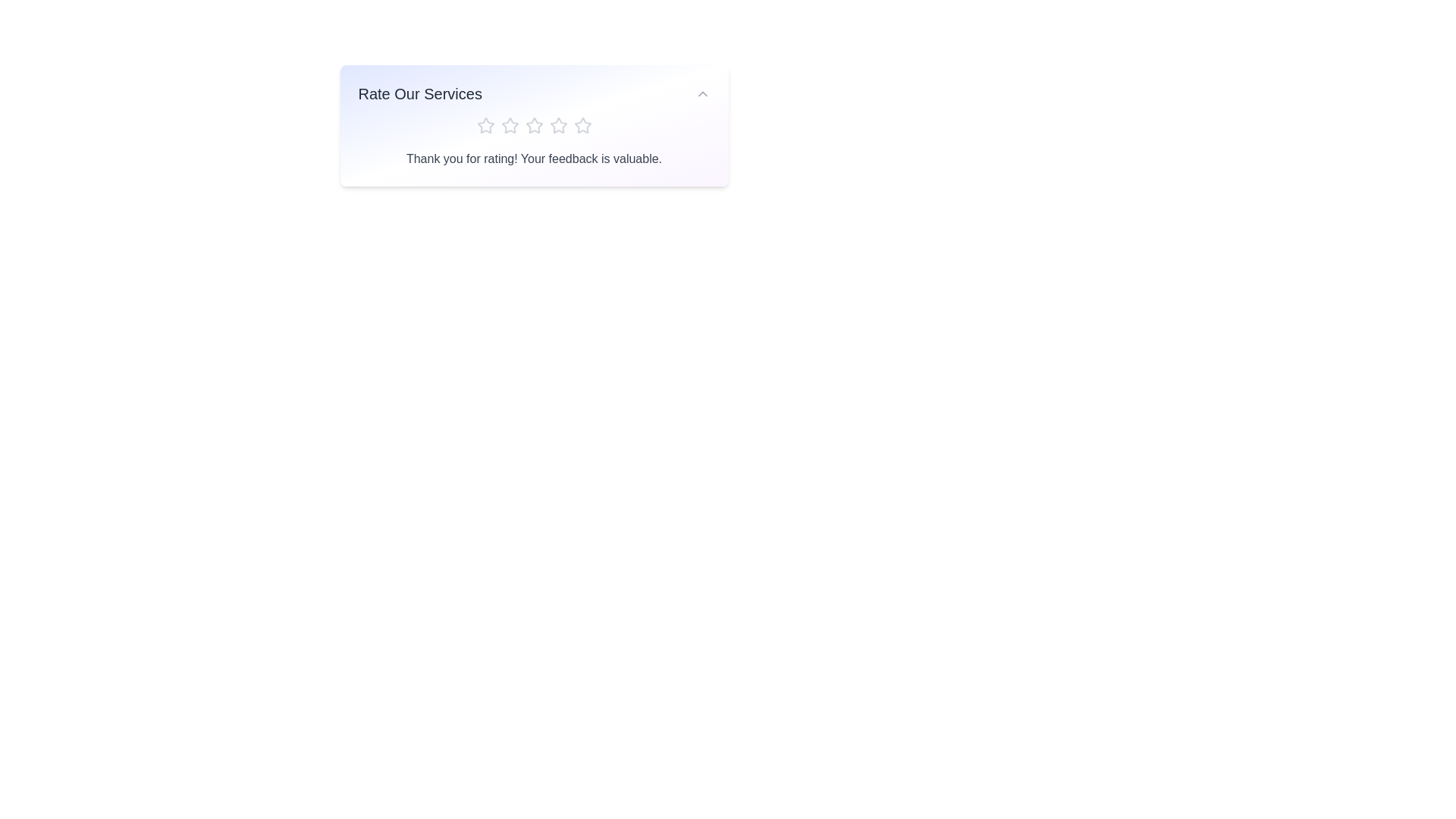 The image size is (1456, 819). I want to click on the star corresponding to the desired rating 1, so click(485, 124).